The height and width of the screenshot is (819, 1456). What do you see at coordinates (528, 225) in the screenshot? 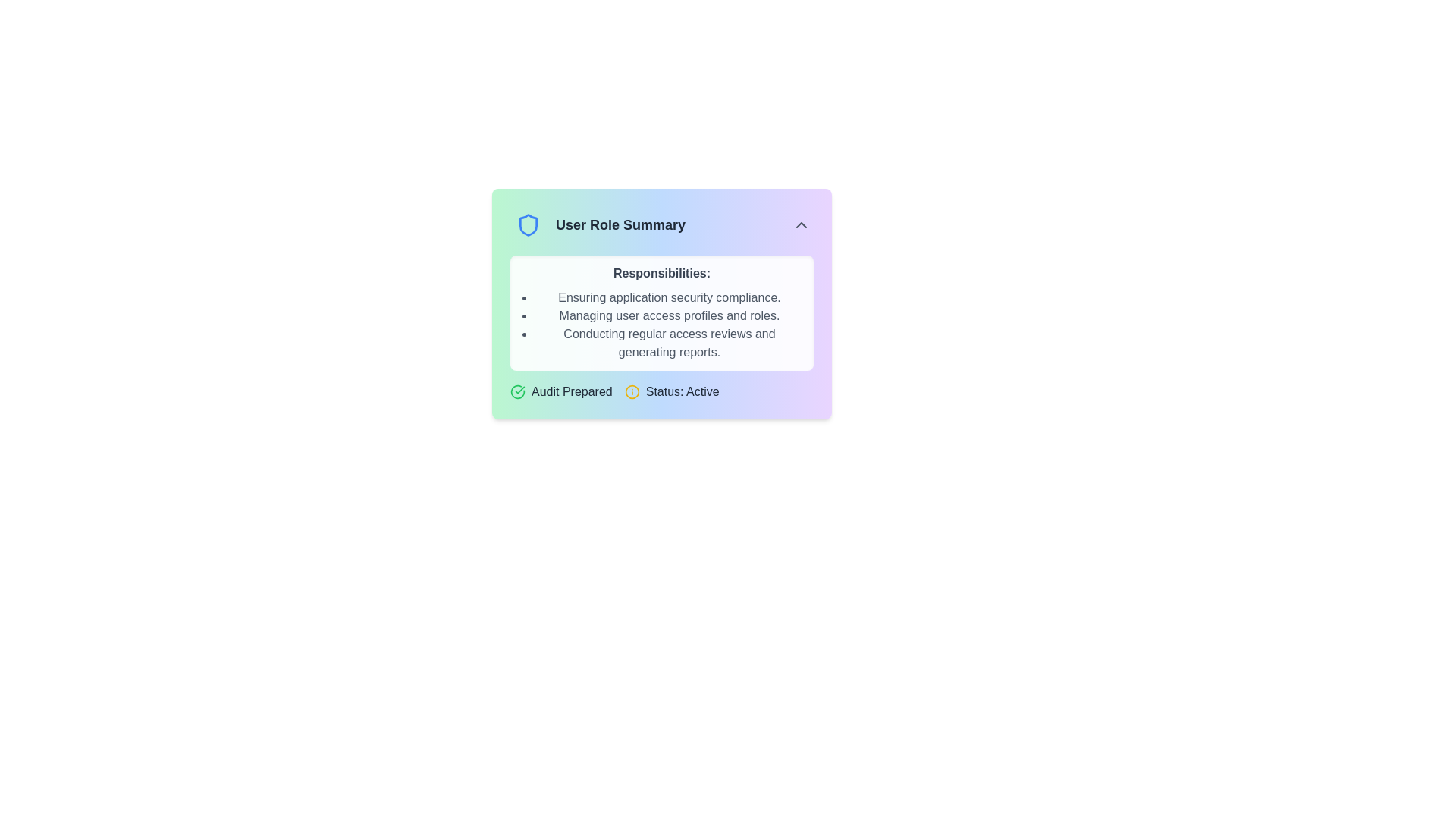
I see `the security icon located in the top-left corner of the 'User Role Summary' card, which visually represents user roles and compliance` at bounding box center [528, 225].